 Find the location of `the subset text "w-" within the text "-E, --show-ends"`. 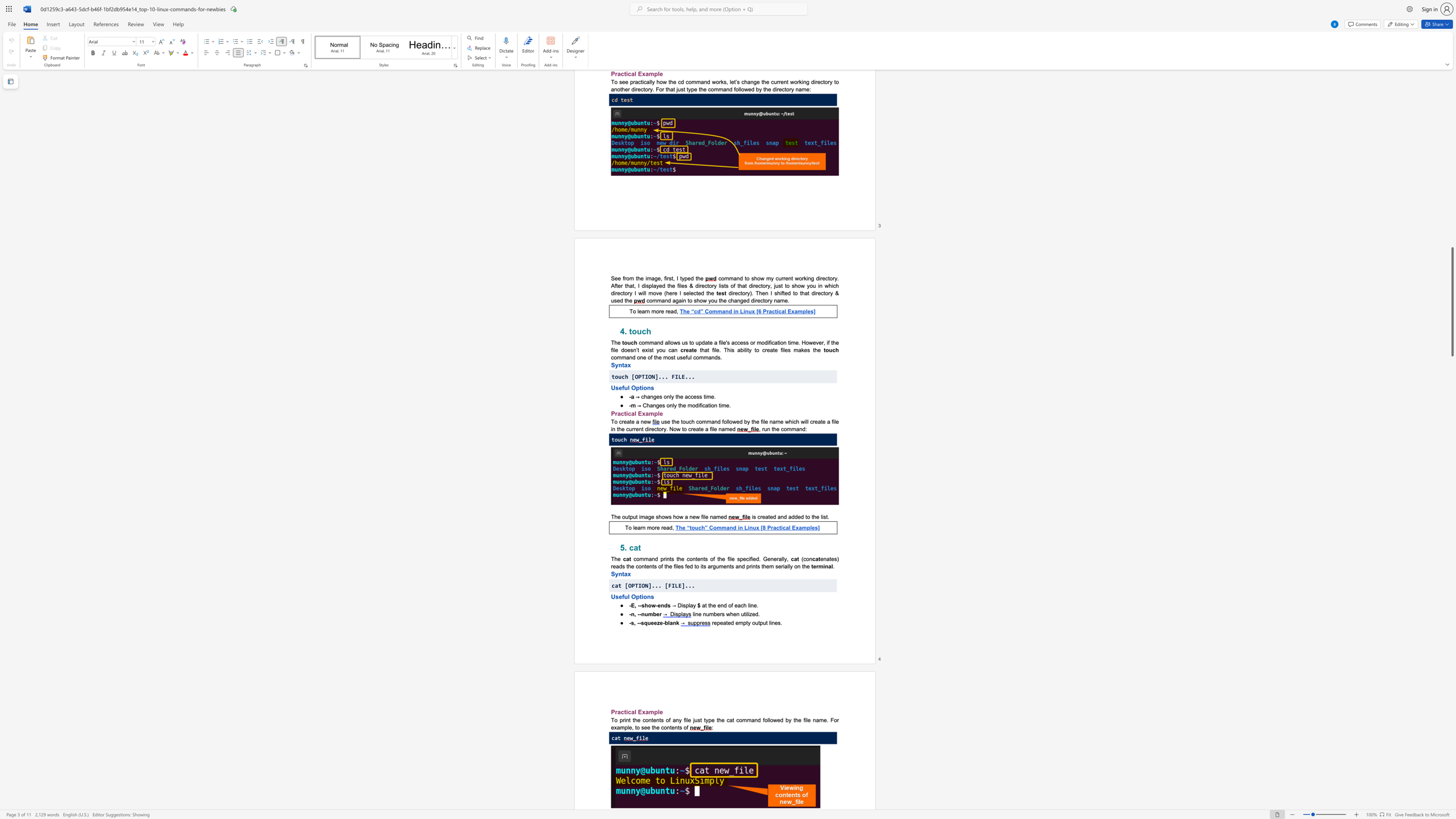

the subset text "w-" within the text "-E, --show-ends" is located at coordinates (651, 605).